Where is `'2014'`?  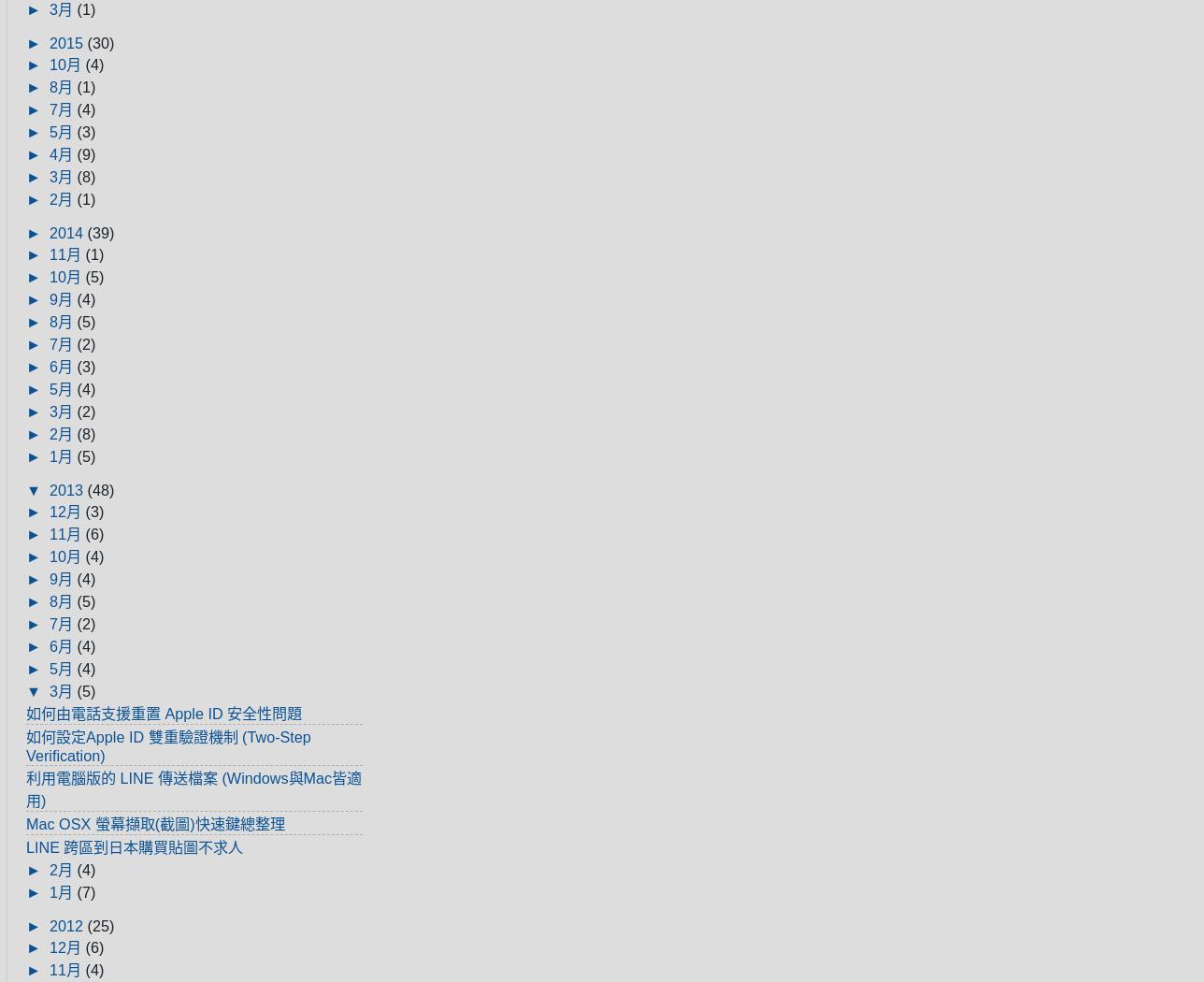
'2014' is located at coordinates (68, 232).